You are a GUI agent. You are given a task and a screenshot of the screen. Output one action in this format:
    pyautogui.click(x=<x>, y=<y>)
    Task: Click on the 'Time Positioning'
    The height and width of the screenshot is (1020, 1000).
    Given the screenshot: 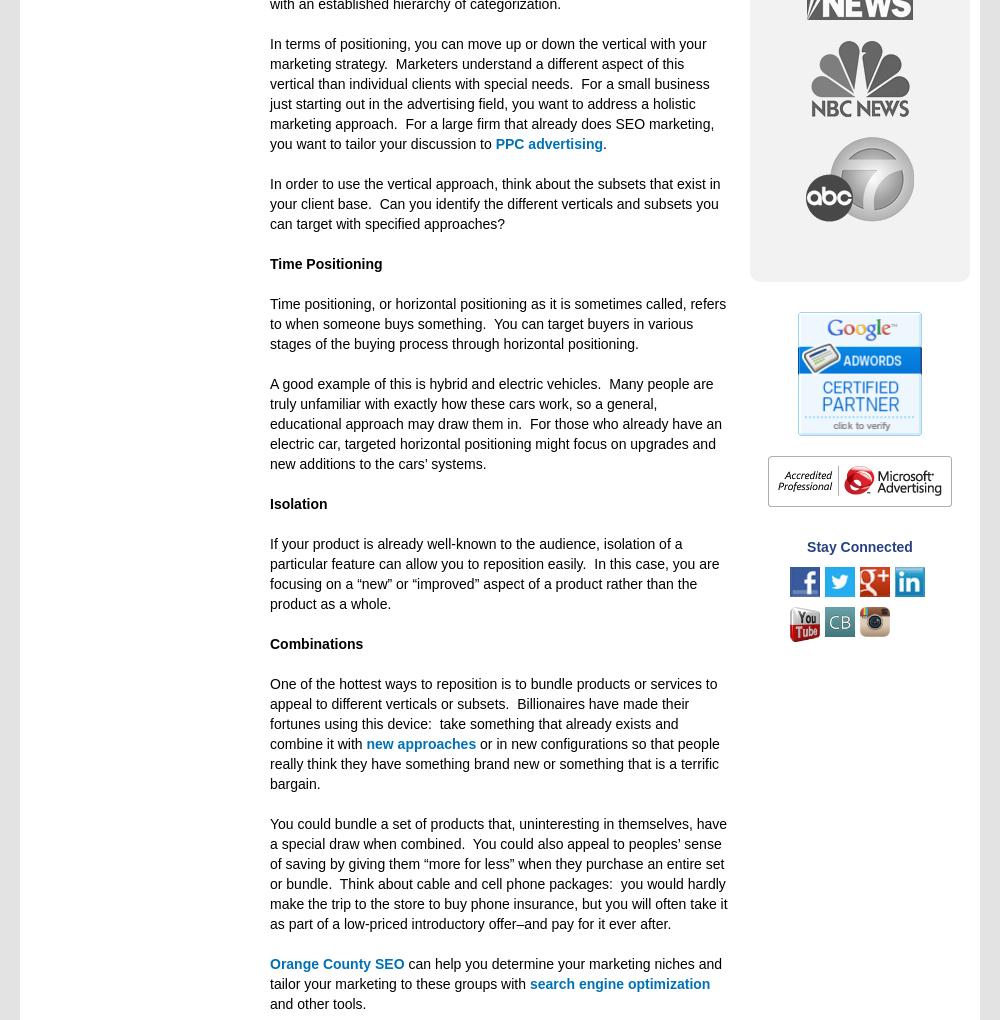 What is the action you would take?
    pyautogui.click(x=325, y=262)
    